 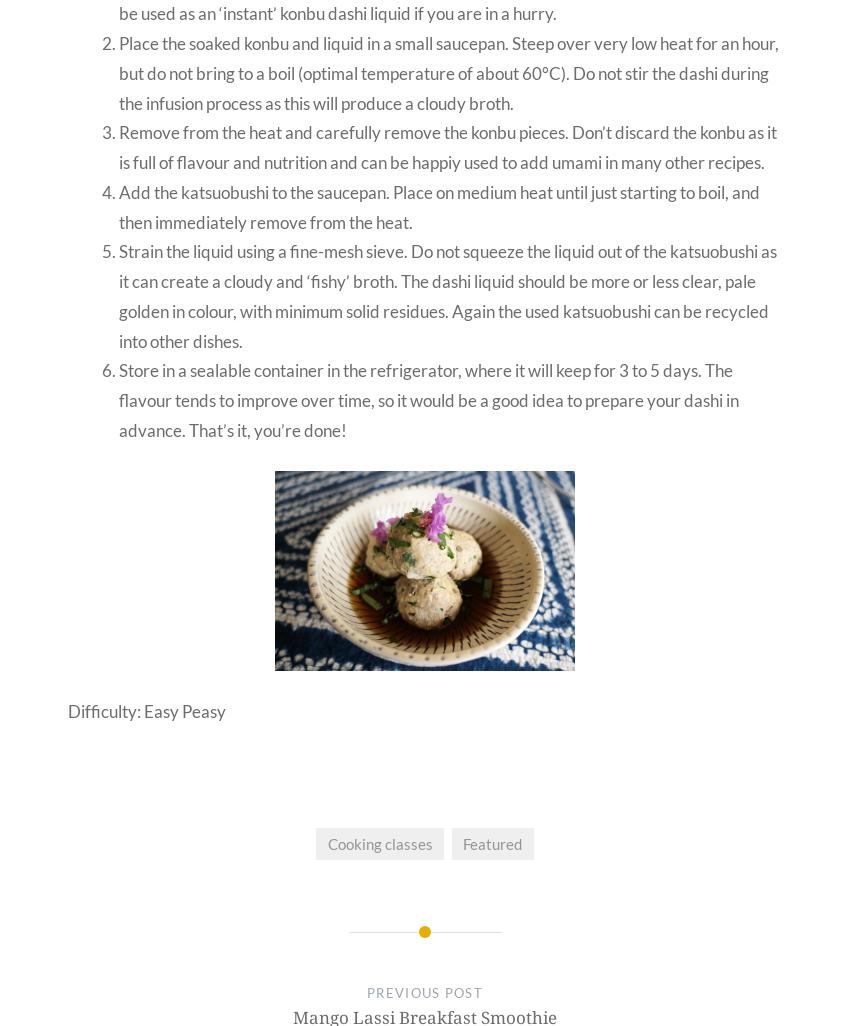 What do you see at coordinates (378, 842) in the screenshot?
I see `'Cooking classes'` at bounding box center [378, 842].